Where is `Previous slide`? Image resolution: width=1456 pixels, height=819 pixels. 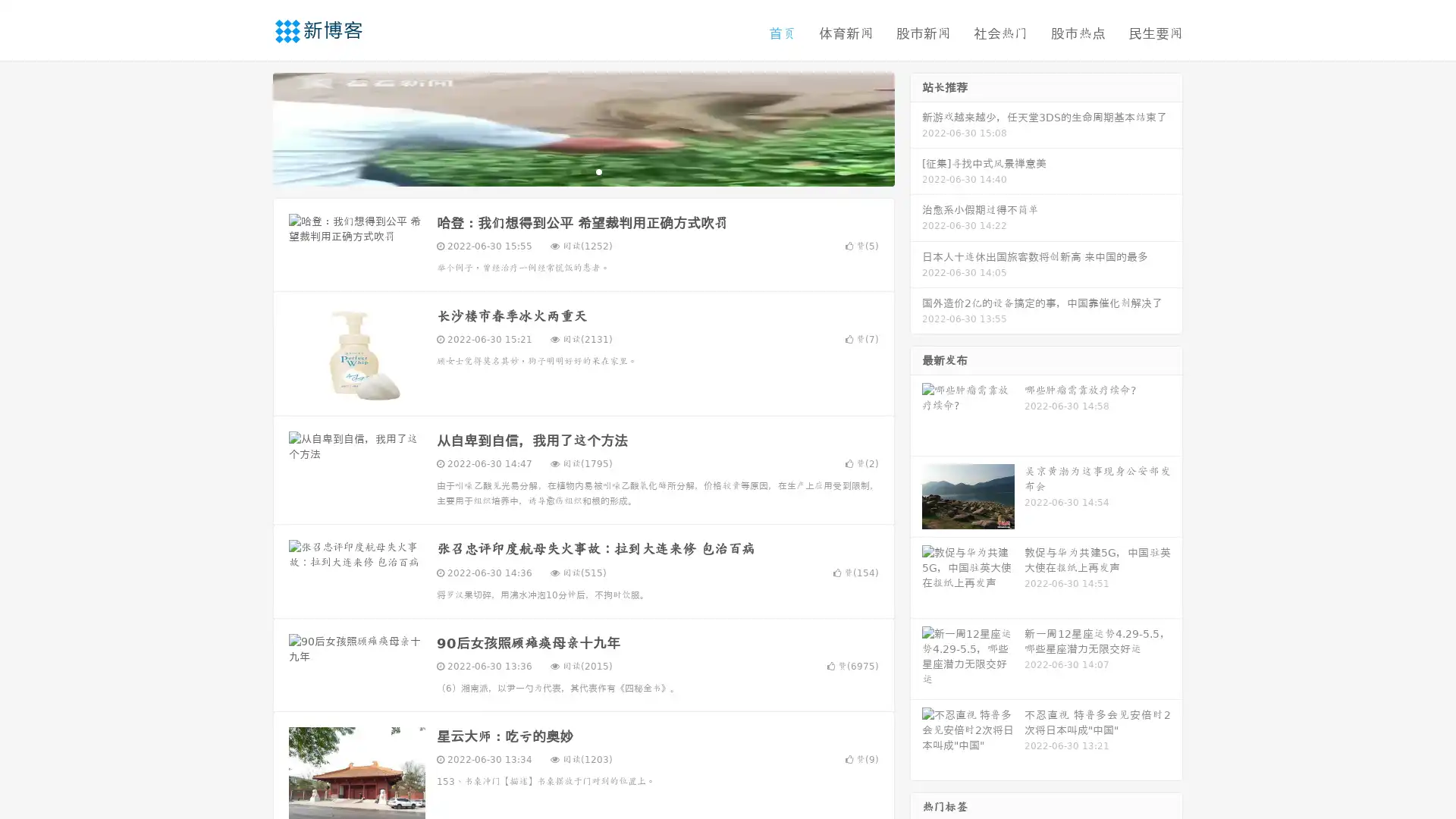 Previous slide is located at coordinates (250, 127).